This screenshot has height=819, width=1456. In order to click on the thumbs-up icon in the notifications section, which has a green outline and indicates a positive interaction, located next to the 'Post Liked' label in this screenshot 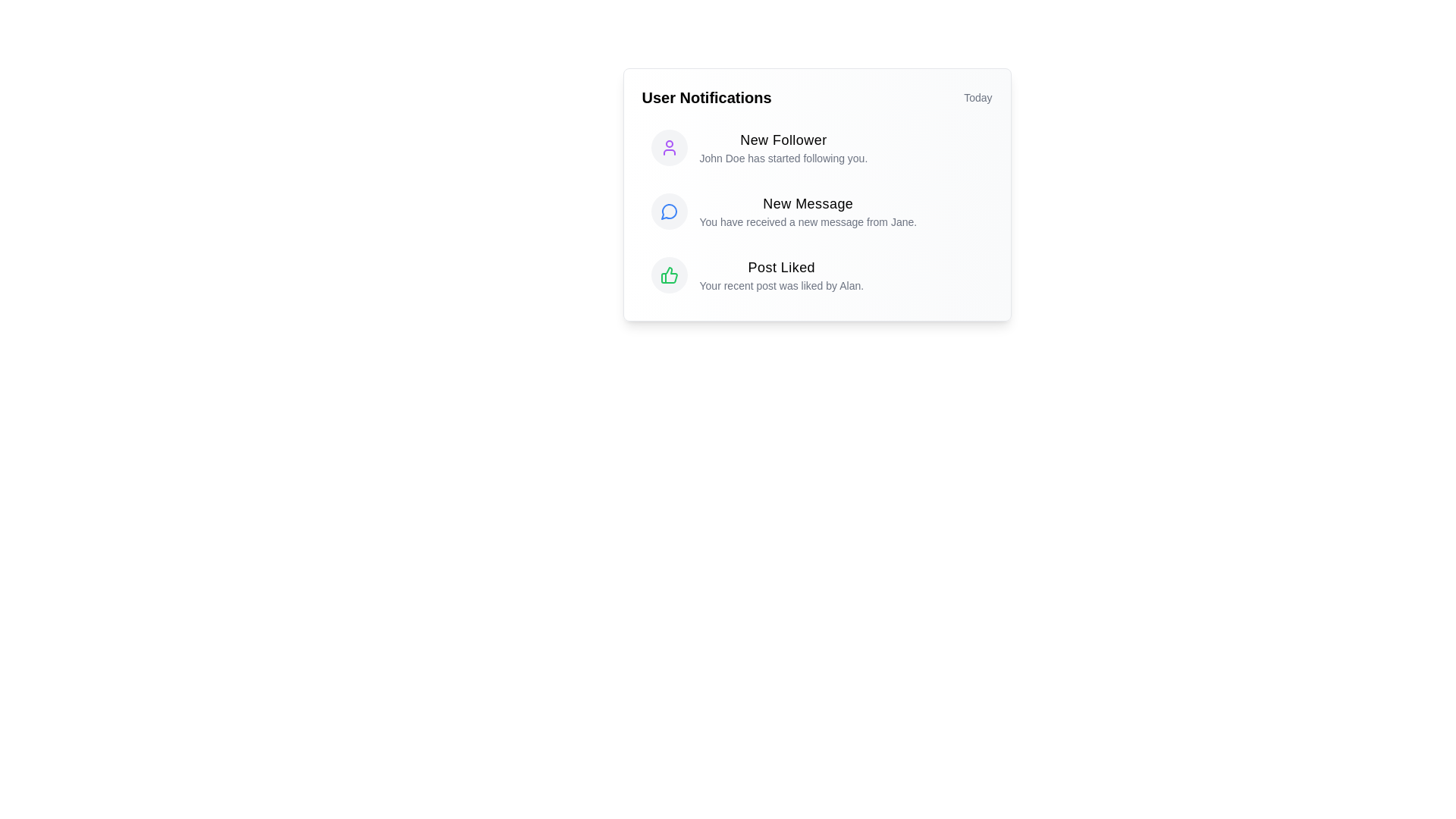, I will do `click(668, 275)`.